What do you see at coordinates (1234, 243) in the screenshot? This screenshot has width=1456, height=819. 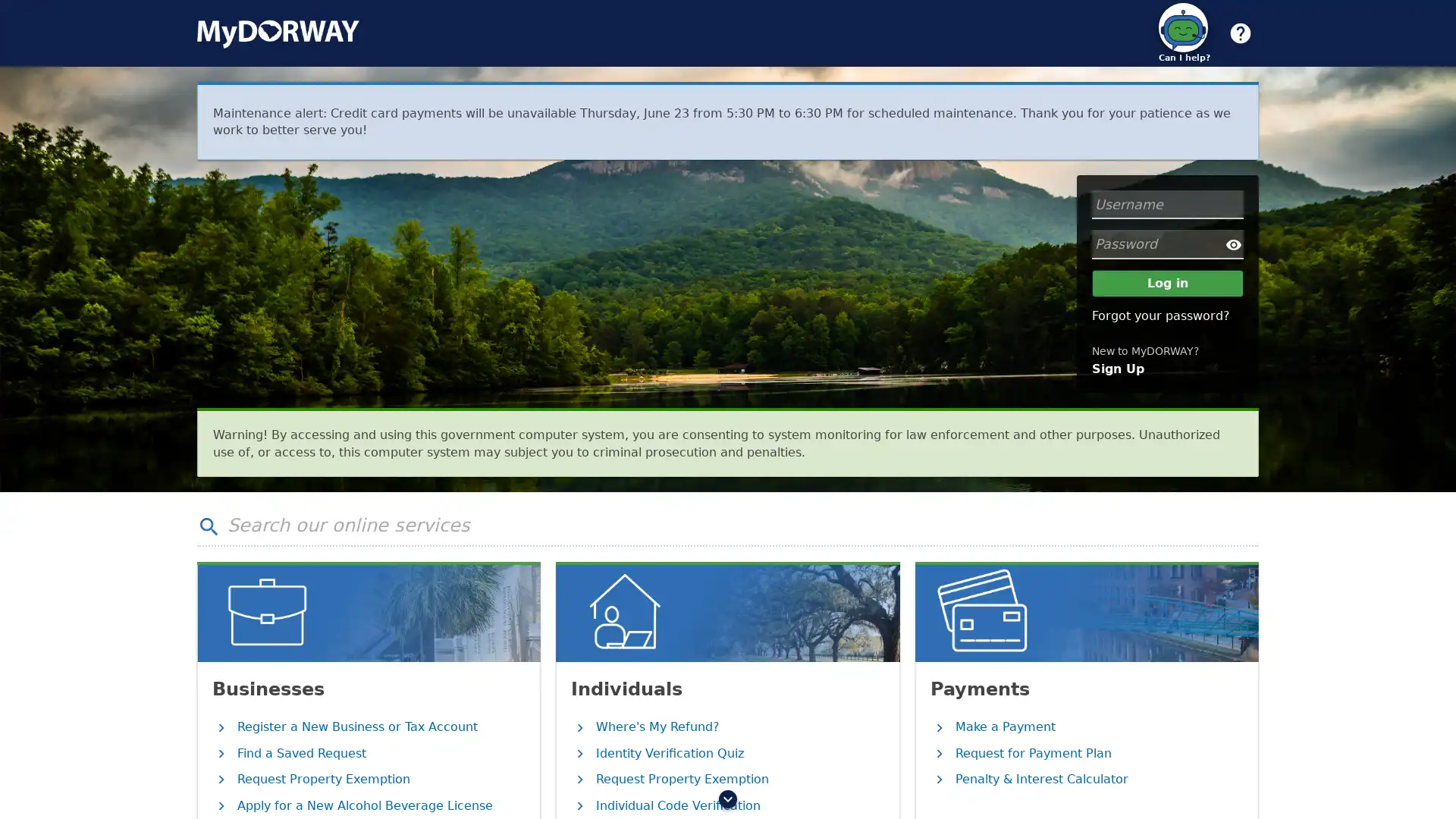 I see `Show/Hide Password` at bounding box center [1234, 243].